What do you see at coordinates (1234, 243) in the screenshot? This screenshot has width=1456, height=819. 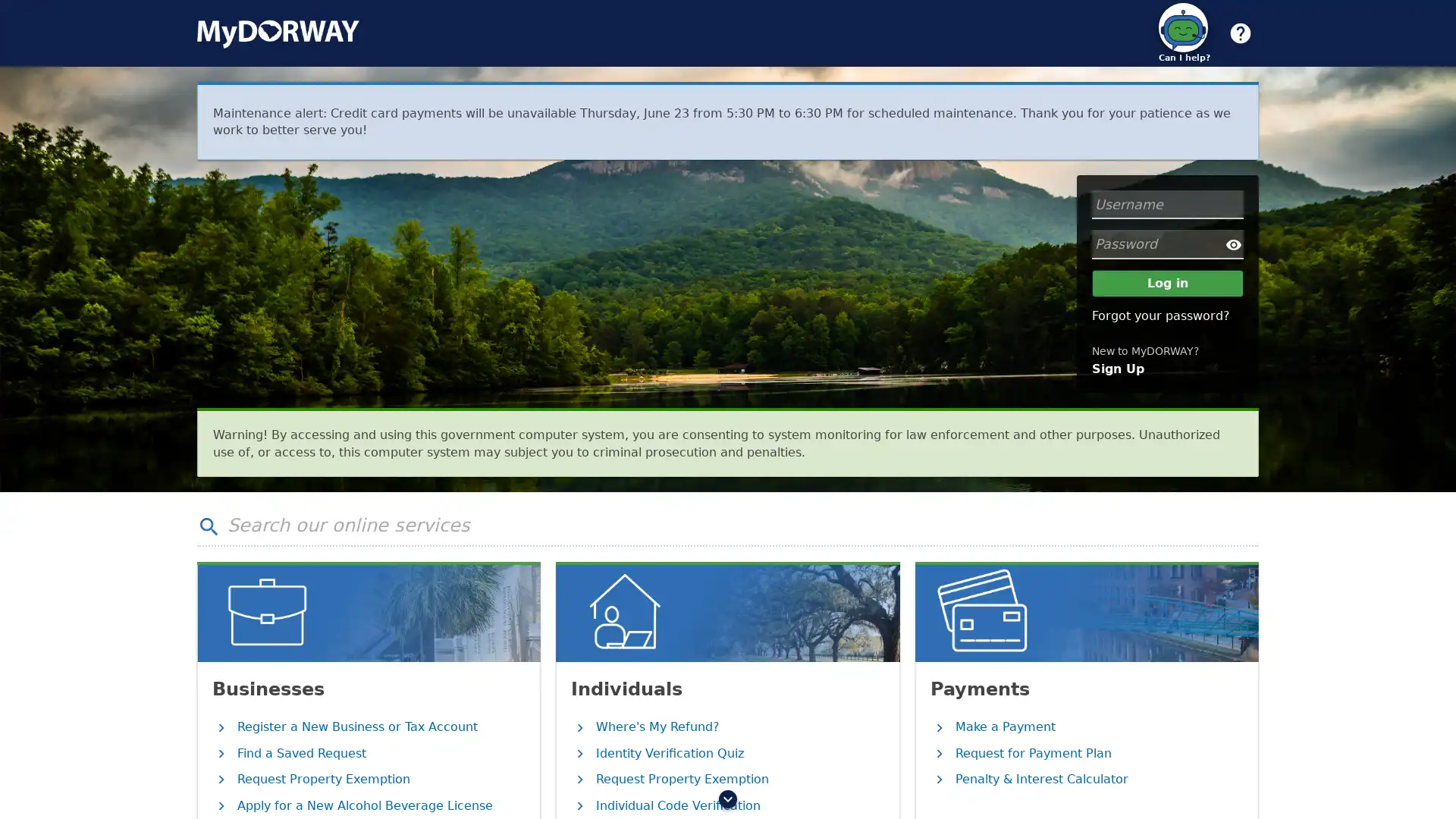 I see `Show/Hide Password` at bounding box center [1234, 243].